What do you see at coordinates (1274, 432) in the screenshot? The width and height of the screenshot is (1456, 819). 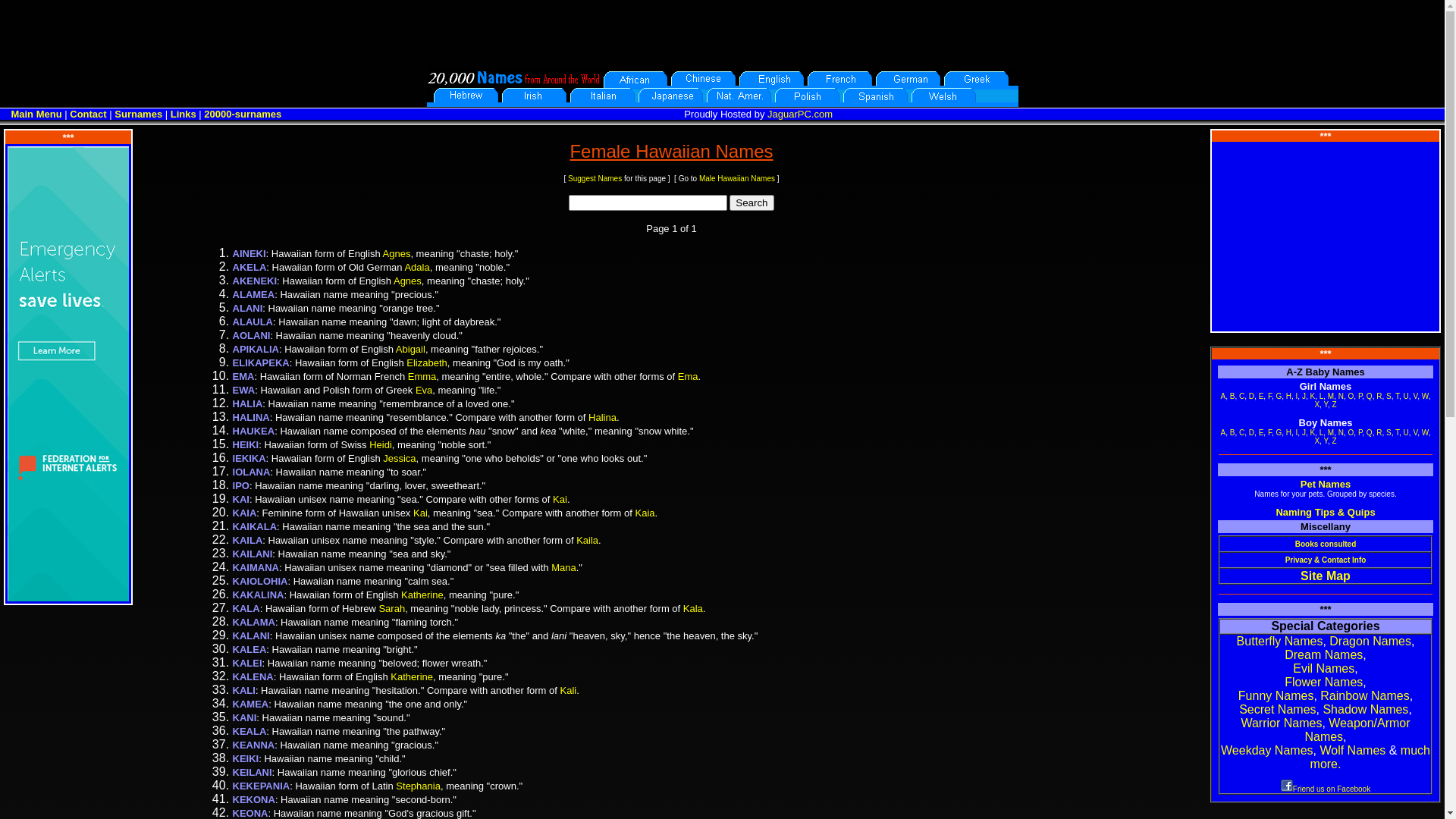 I see `'G'` at bounding box center [1274, 432].